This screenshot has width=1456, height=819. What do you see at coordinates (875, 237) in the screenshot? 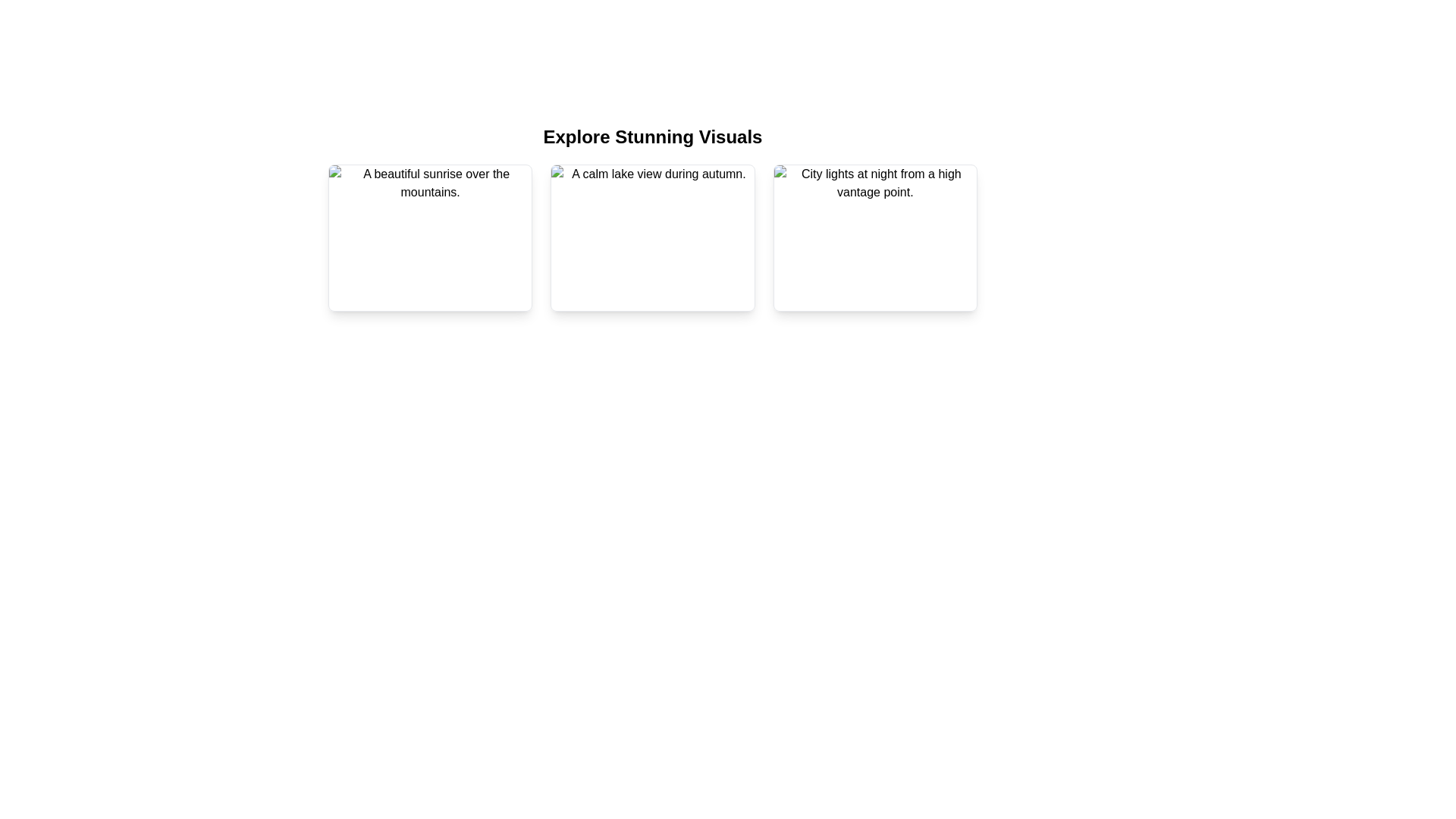
I see `the Content Card that displays information about a high vantage point view of city lights at night, located as the third card in a horizontally aligned grid of three cards` at bounding box center [875, 237].